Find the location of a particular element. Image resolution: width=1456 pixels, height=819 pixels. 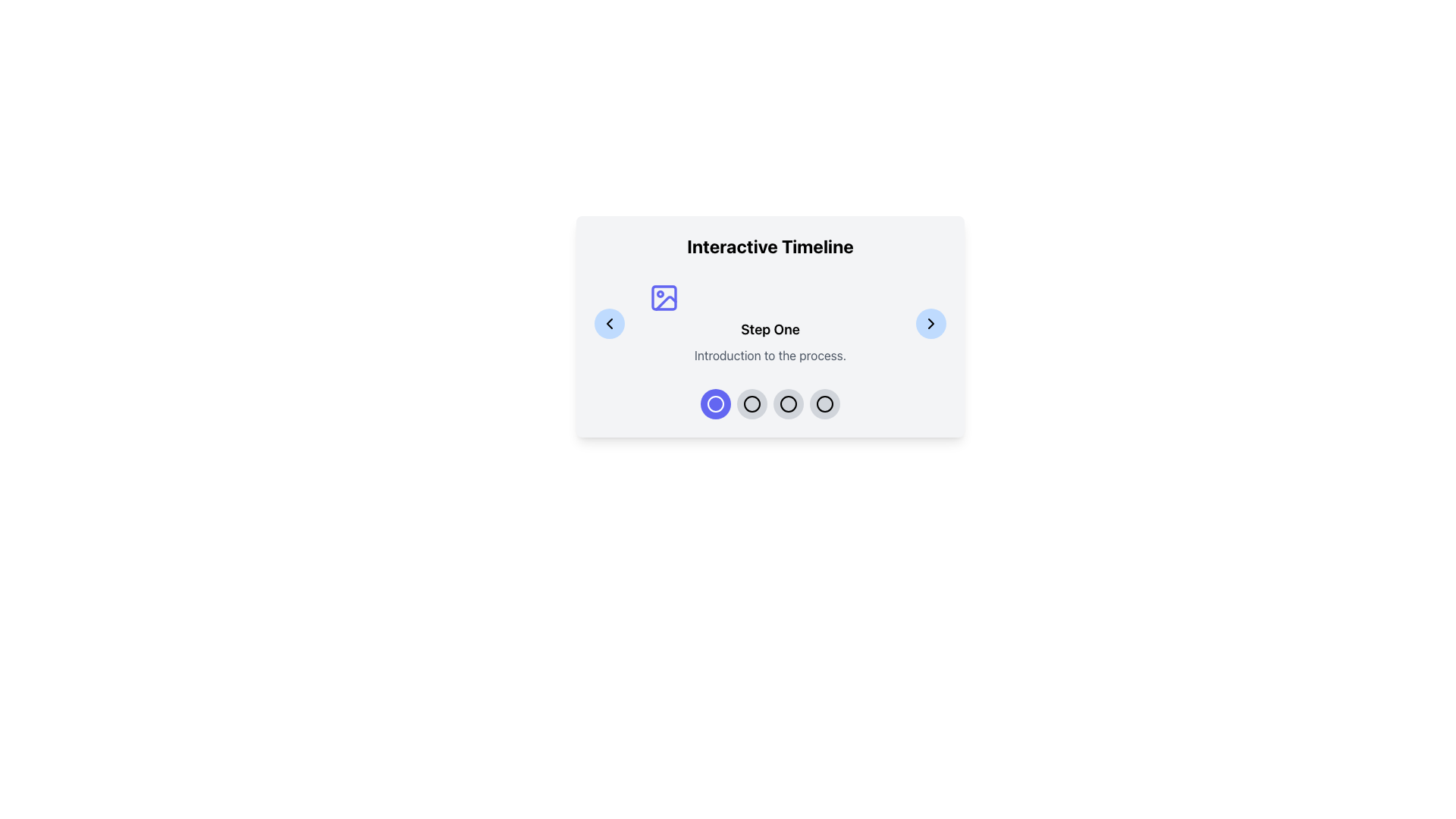

other steps via the surrounding controls of the information panel displaying 'Step One' and its subtitle 'Introduction to the process.' is located at coordinates (770, 323).